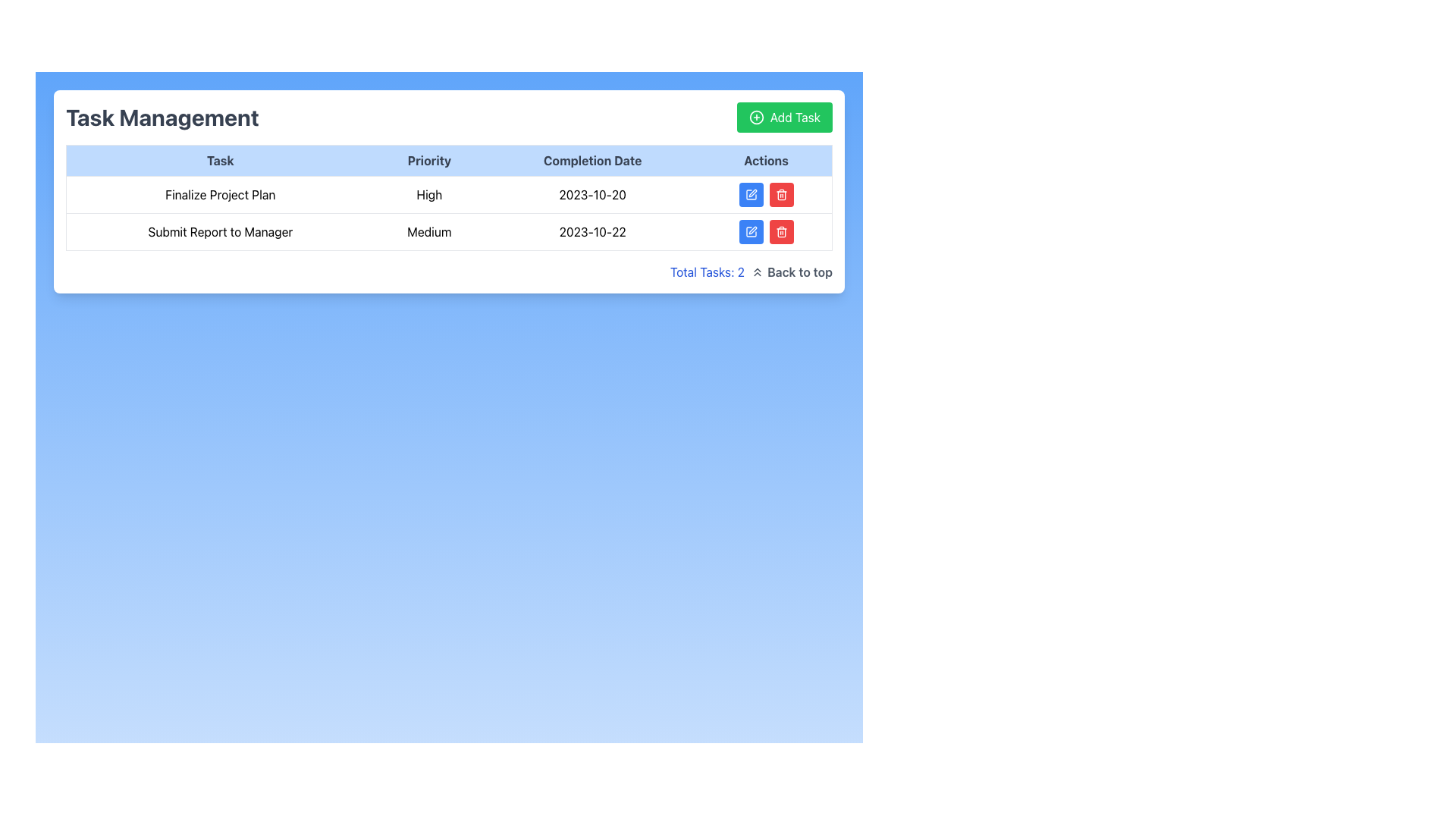 This screenshot has width=1456, height=819. What do you see at coordinates (428, 231) in the screenshot?
I see `the text label displaying 'Medium' located in the second row under the 'Priority' column of the table, positioned between the 'Submit Report to Manager' and '2023-10-22' cells` at bounding box center [428, 231].